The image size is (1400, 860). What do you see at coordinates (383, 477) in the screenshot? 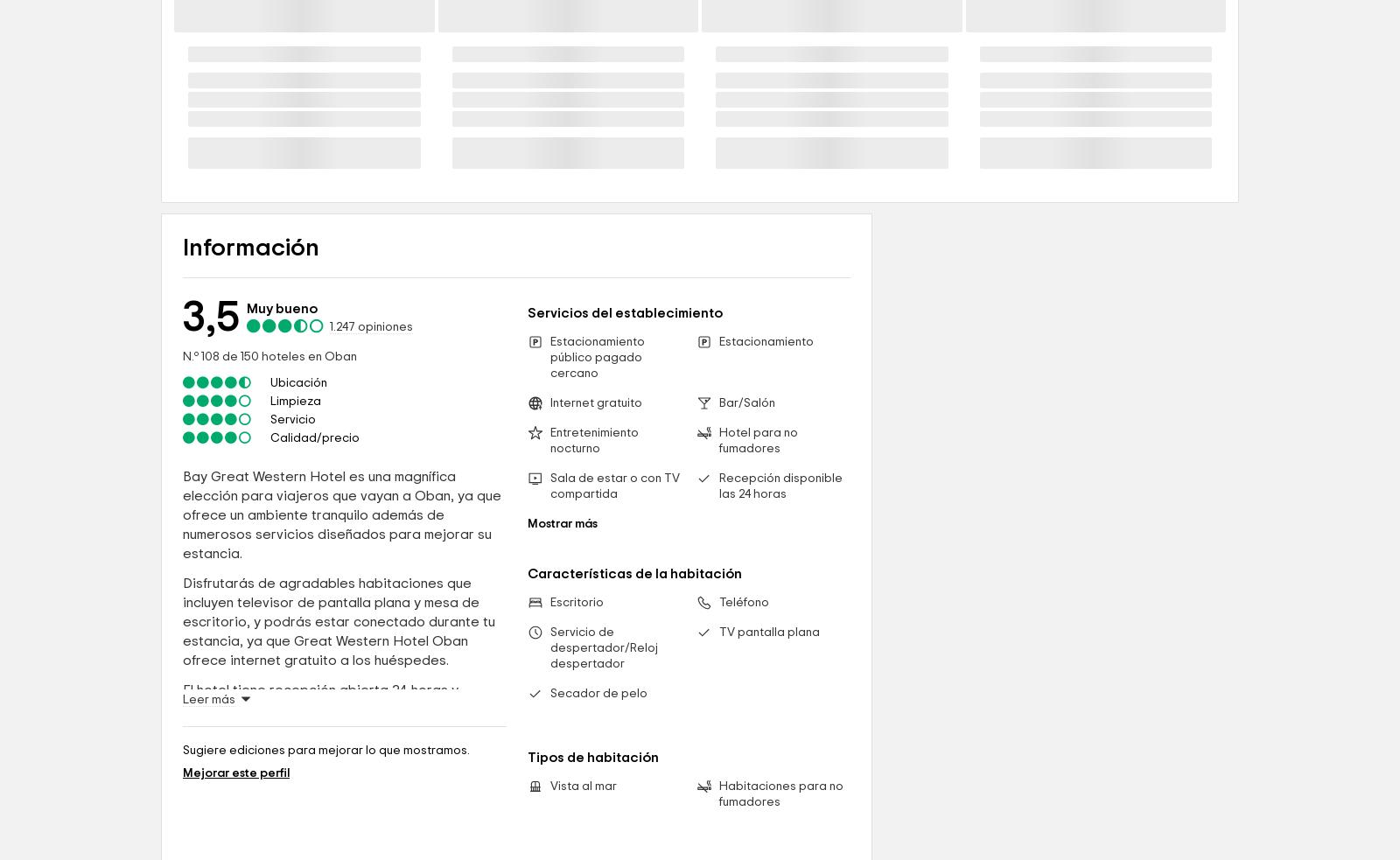
I see `'opiniones'` at bounding box center [383, 477].